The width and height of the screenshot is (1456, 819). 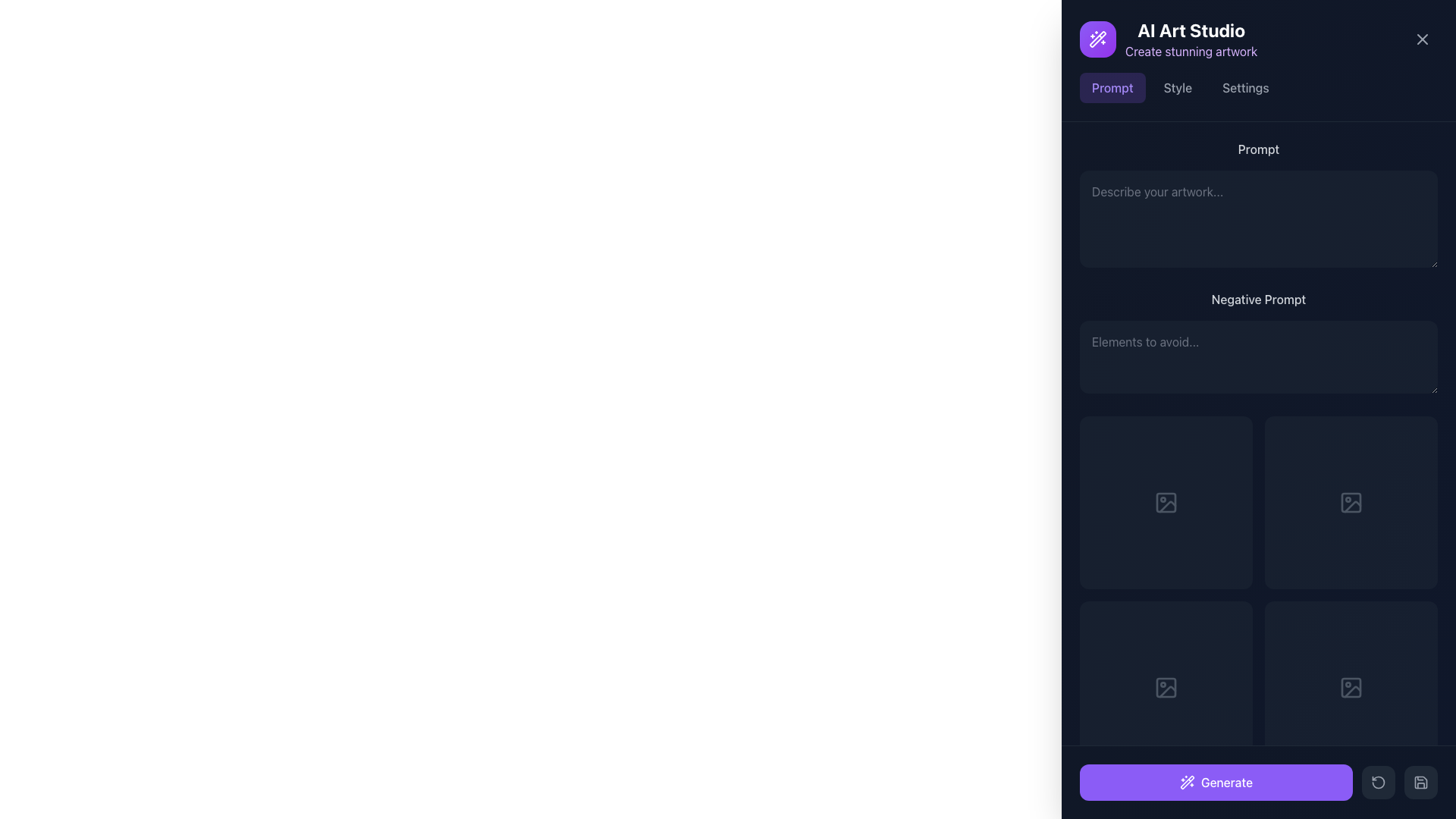 What do you see at coordinates (1191, 38) in the screenshot?
I see `the text block that displays 'AI Art Studio' and 'Create stunning artwork' positioned in the top-left corner of a dark interface panel` at bounding box center [1191, 38].